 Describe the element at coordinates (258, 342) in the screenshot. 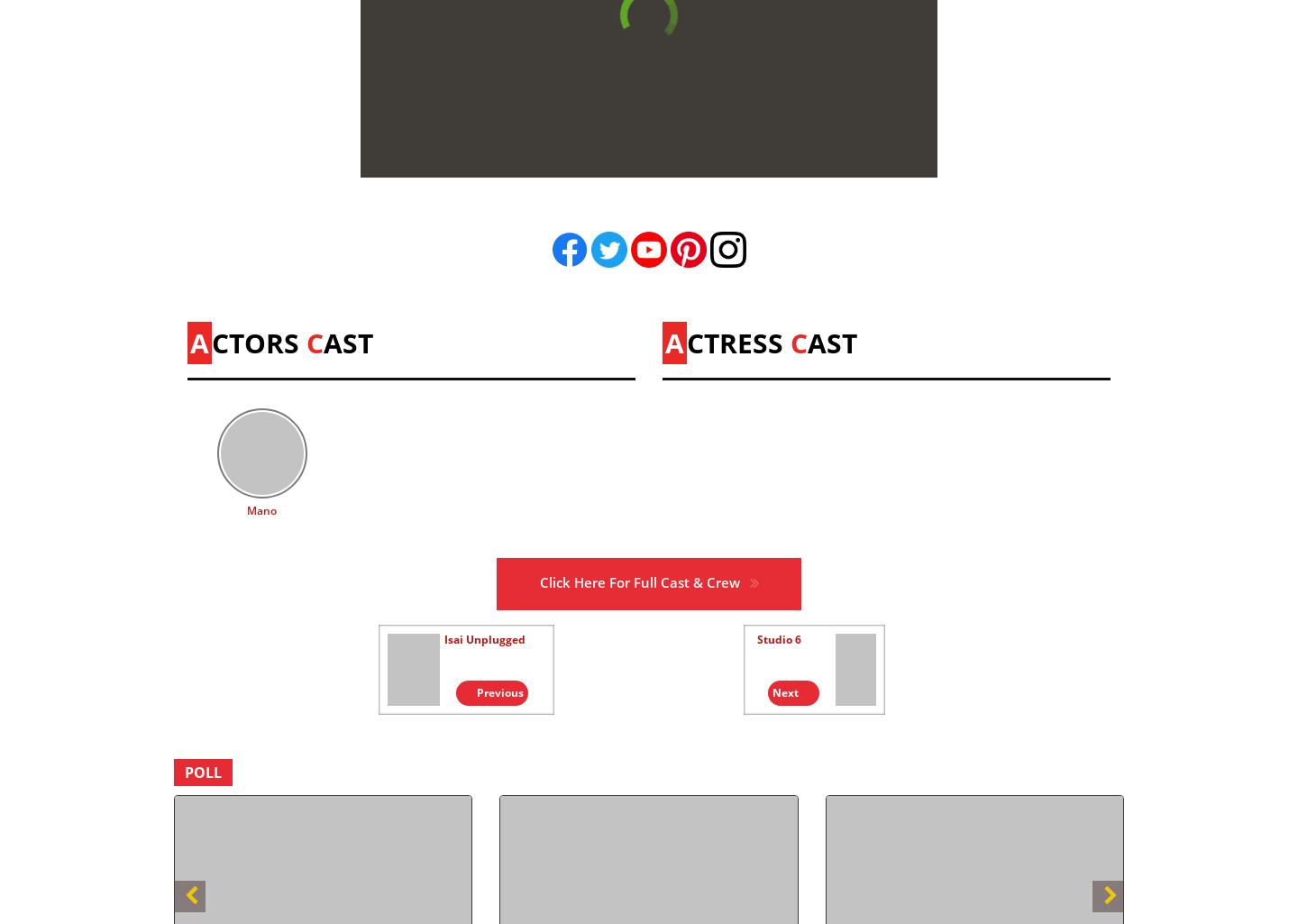

I see `'CTORS'` at that location.